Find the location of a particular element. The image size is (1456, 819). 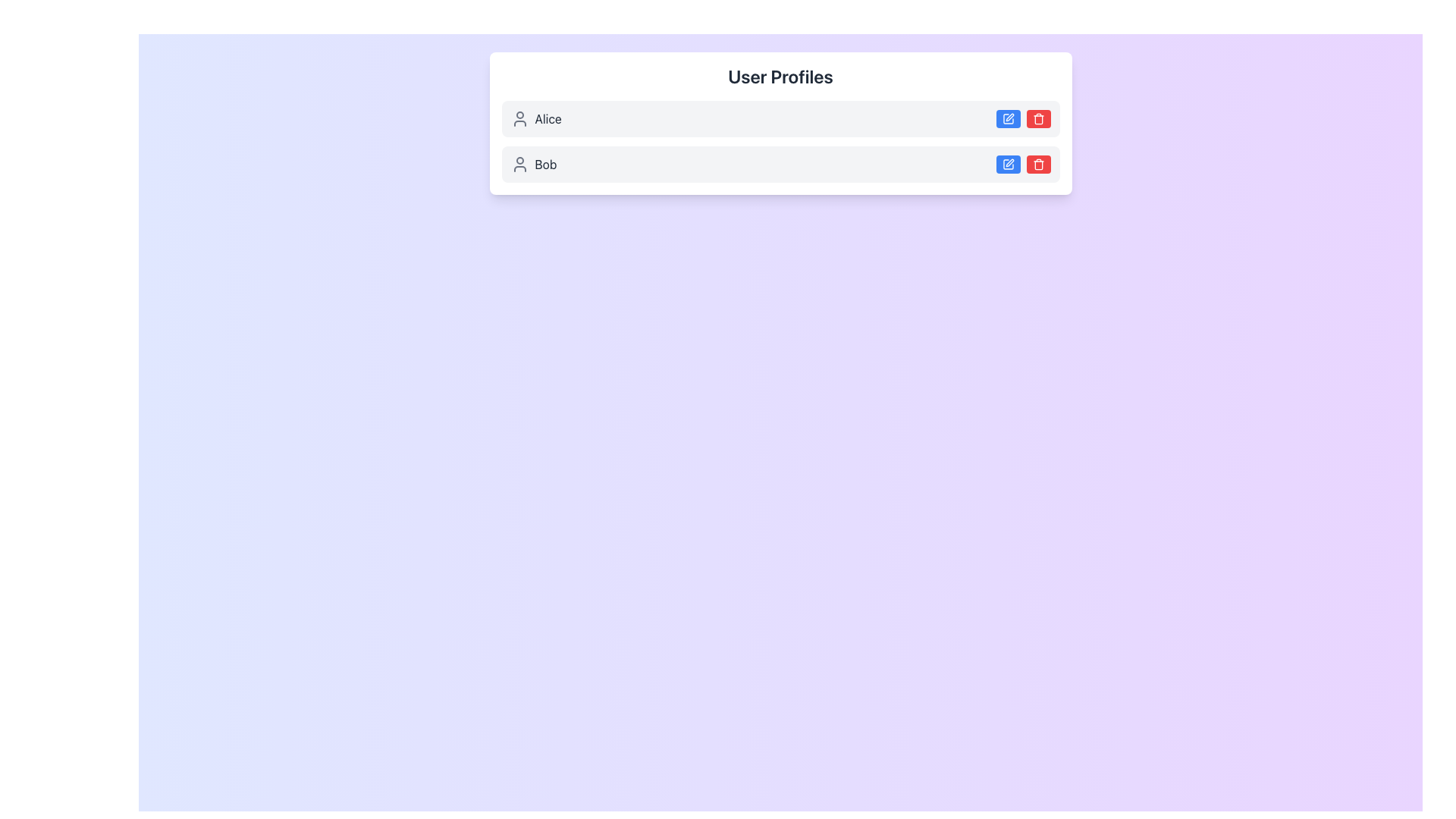

the bright red delete button with a trash bin icon in the User Profiles section for user 'Alice' is located at coordinates (1037, 118).